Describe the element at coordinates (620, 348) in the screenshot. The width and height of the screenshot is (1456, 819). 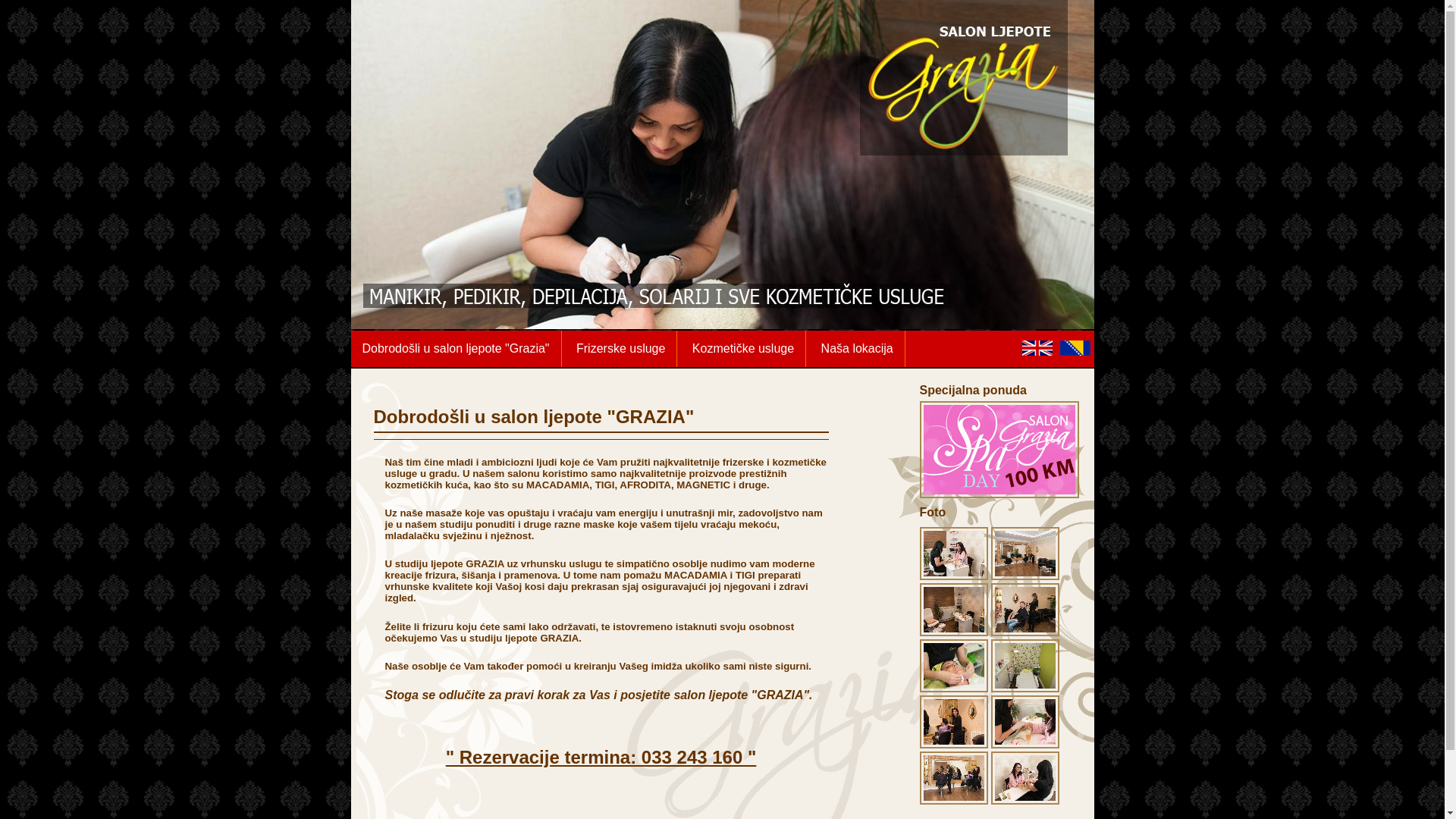
I see `'Frizerske usluge'` at that location.